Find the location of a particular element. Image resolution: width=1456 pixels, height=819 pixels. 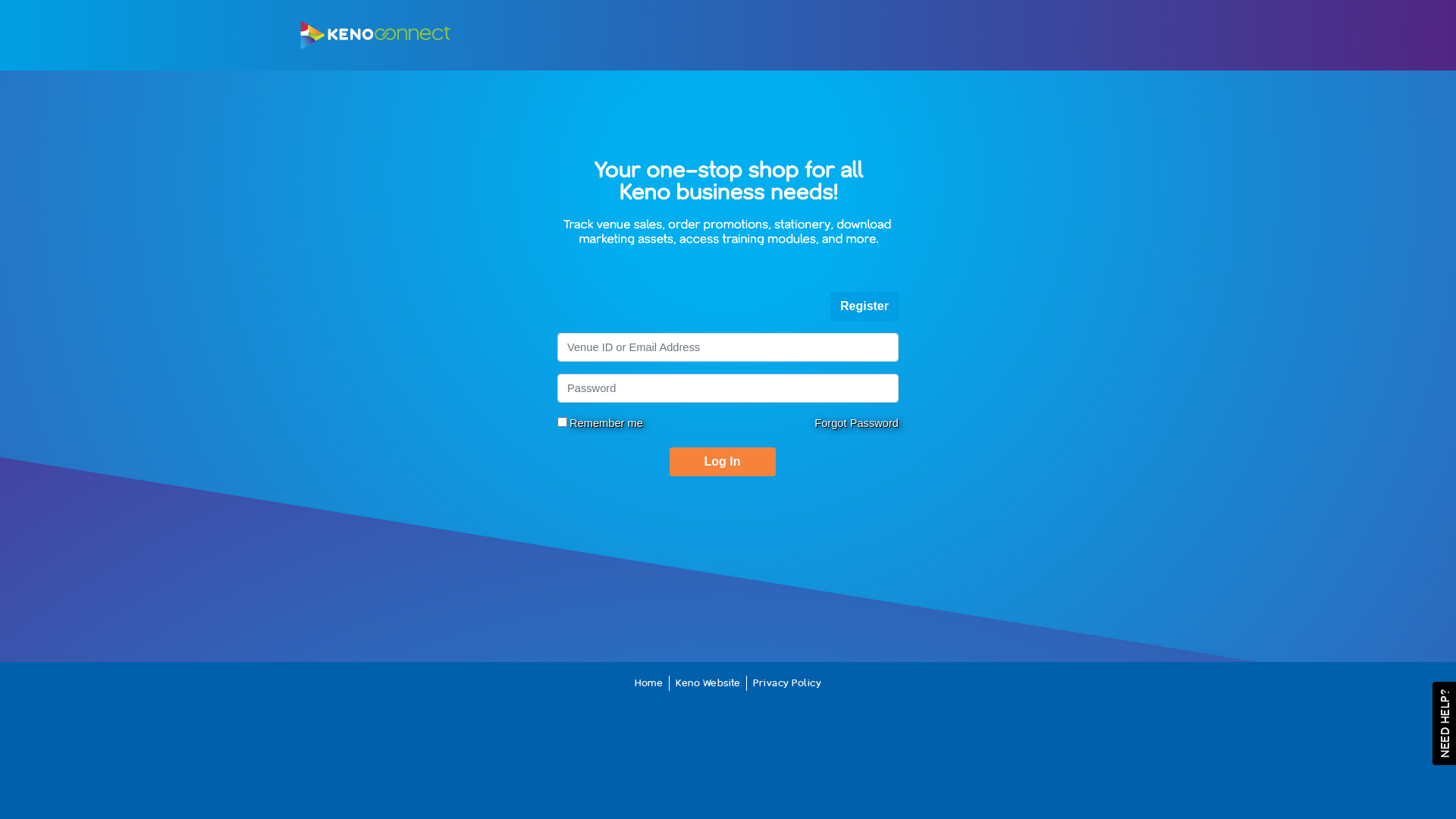

'Keno Website' is located at coordinates (707, 682).